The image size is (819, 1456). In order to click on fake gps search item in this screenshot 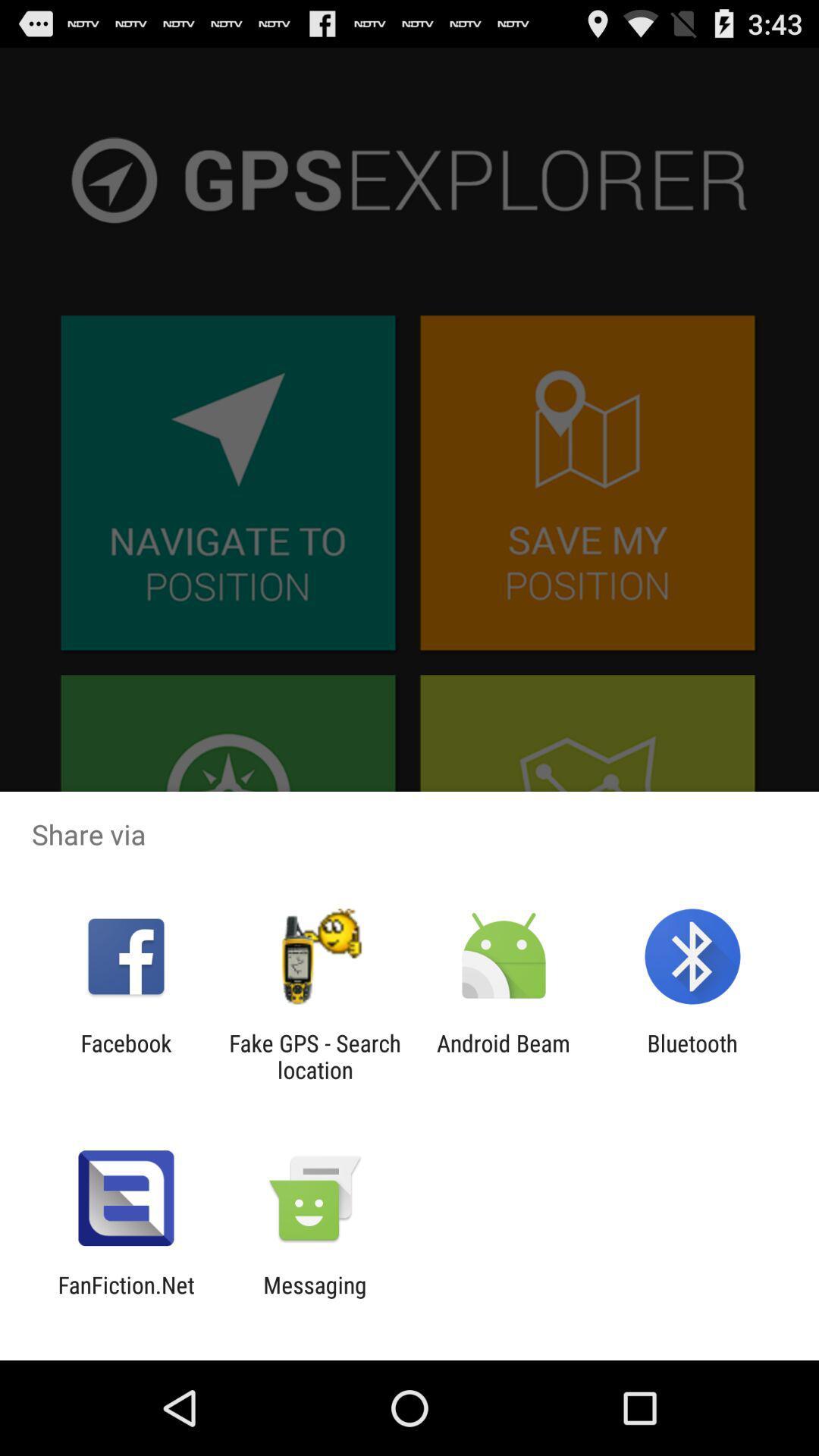, I will do `click(314, 1056)`.